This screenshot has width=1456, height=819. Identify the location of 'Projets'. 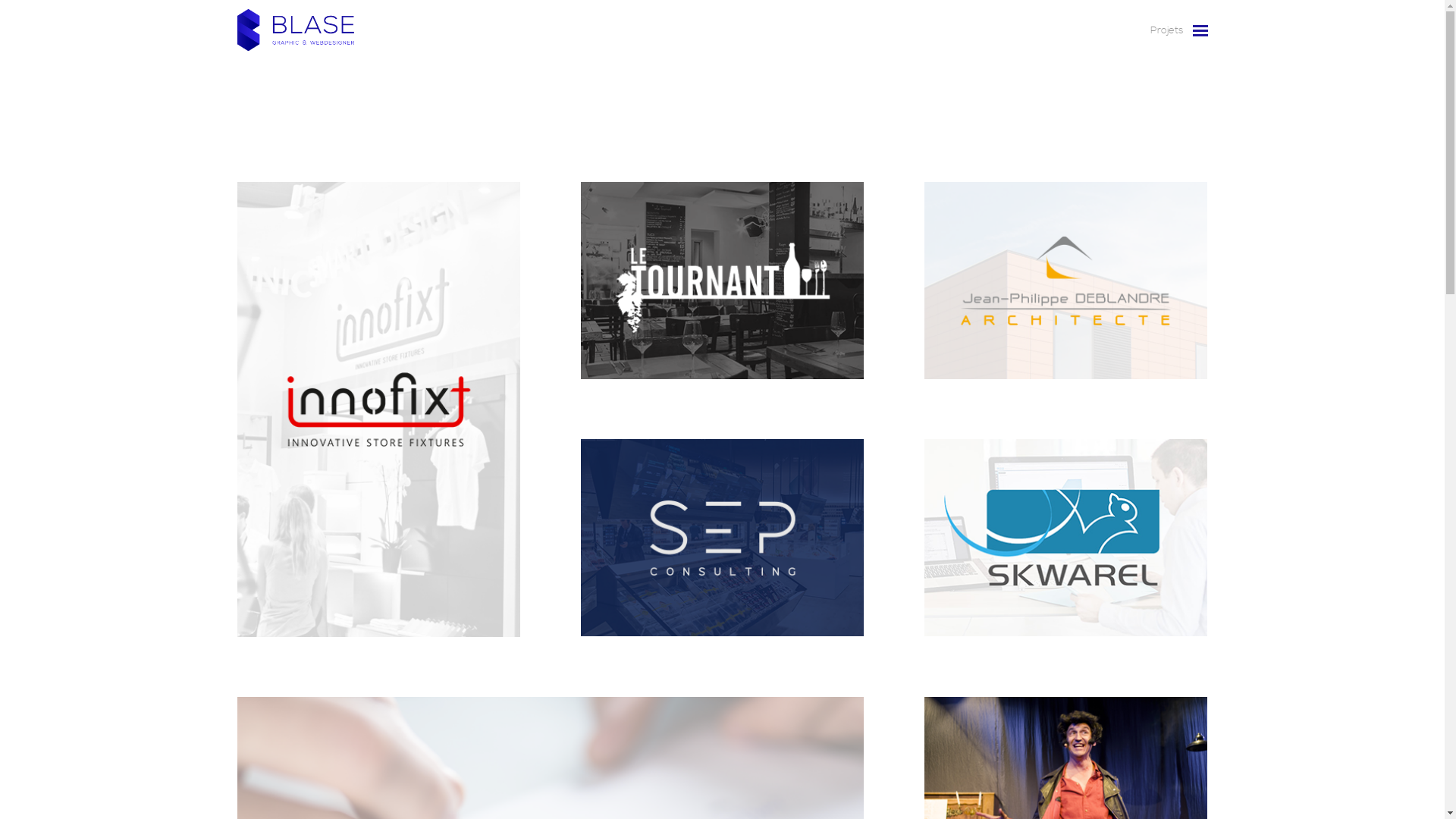
(1161, 30).